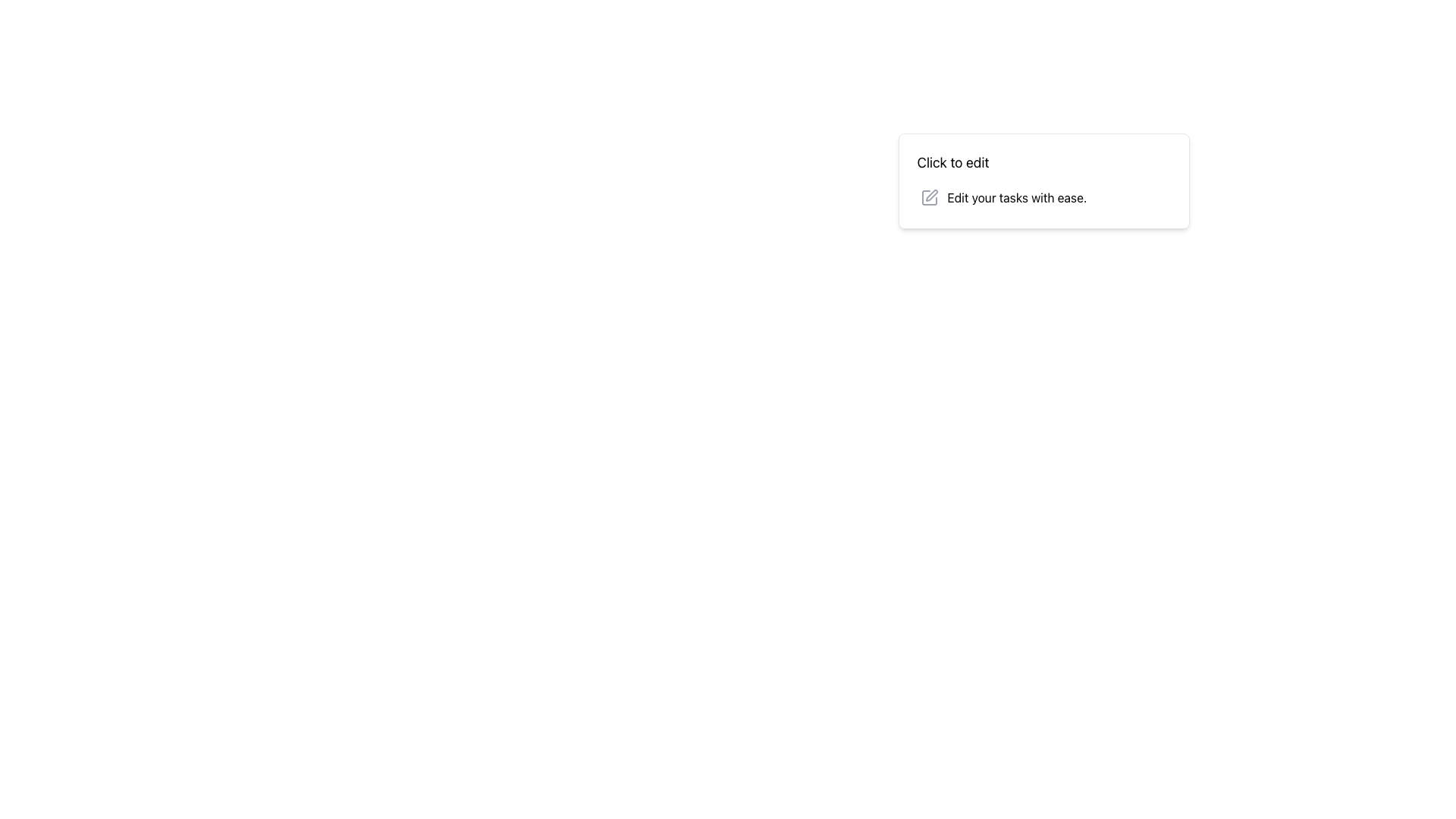 The width and height of the screenshot is (1456, 819). I want to click on the 'Click to edit' text label, so click(952, 163).